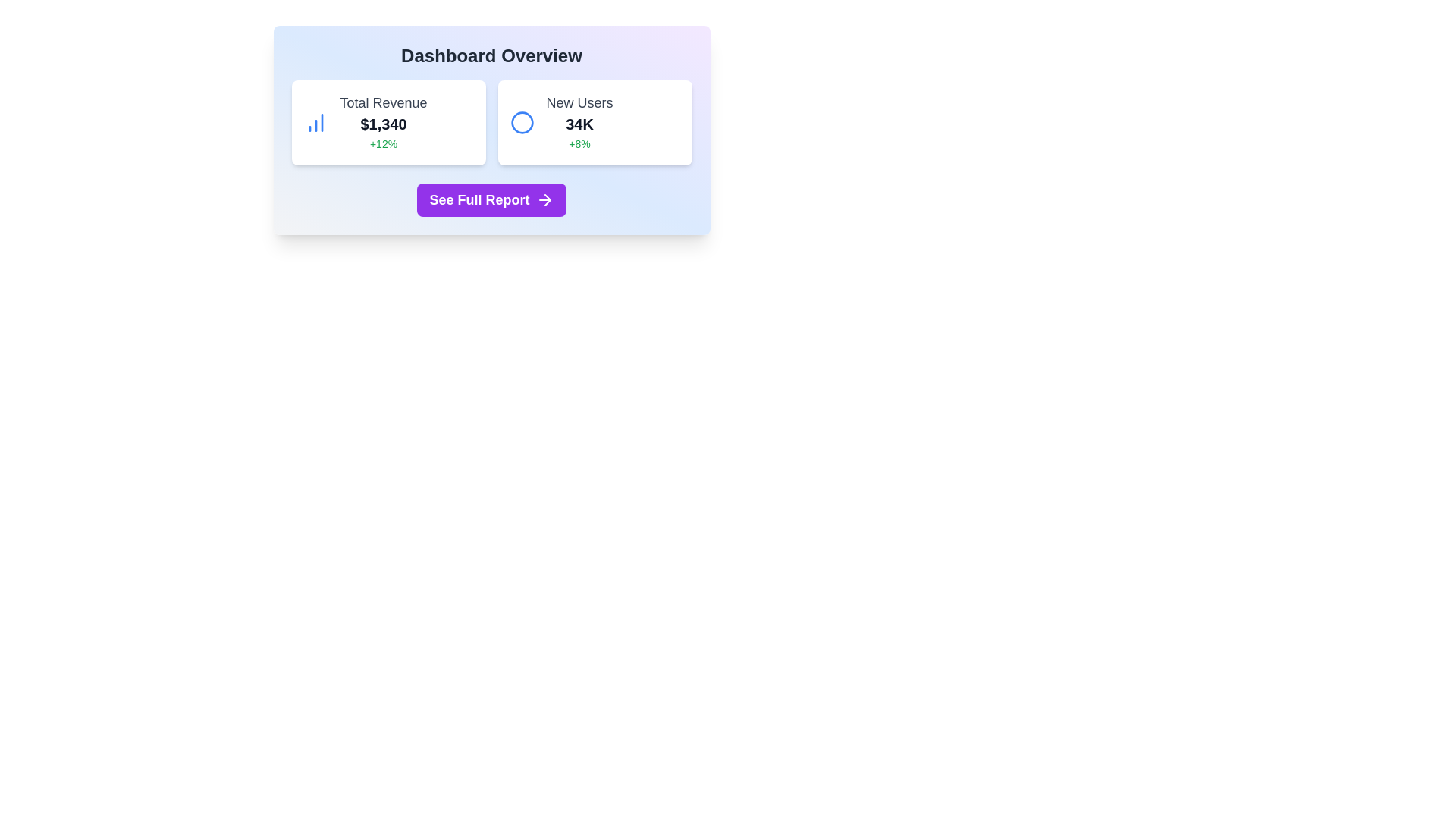  Describe the element at coordinates (522, 122) in the screenshot. I see `the SVG Circle element with a blue outline representing new users in the dashboard overview section` at that location.